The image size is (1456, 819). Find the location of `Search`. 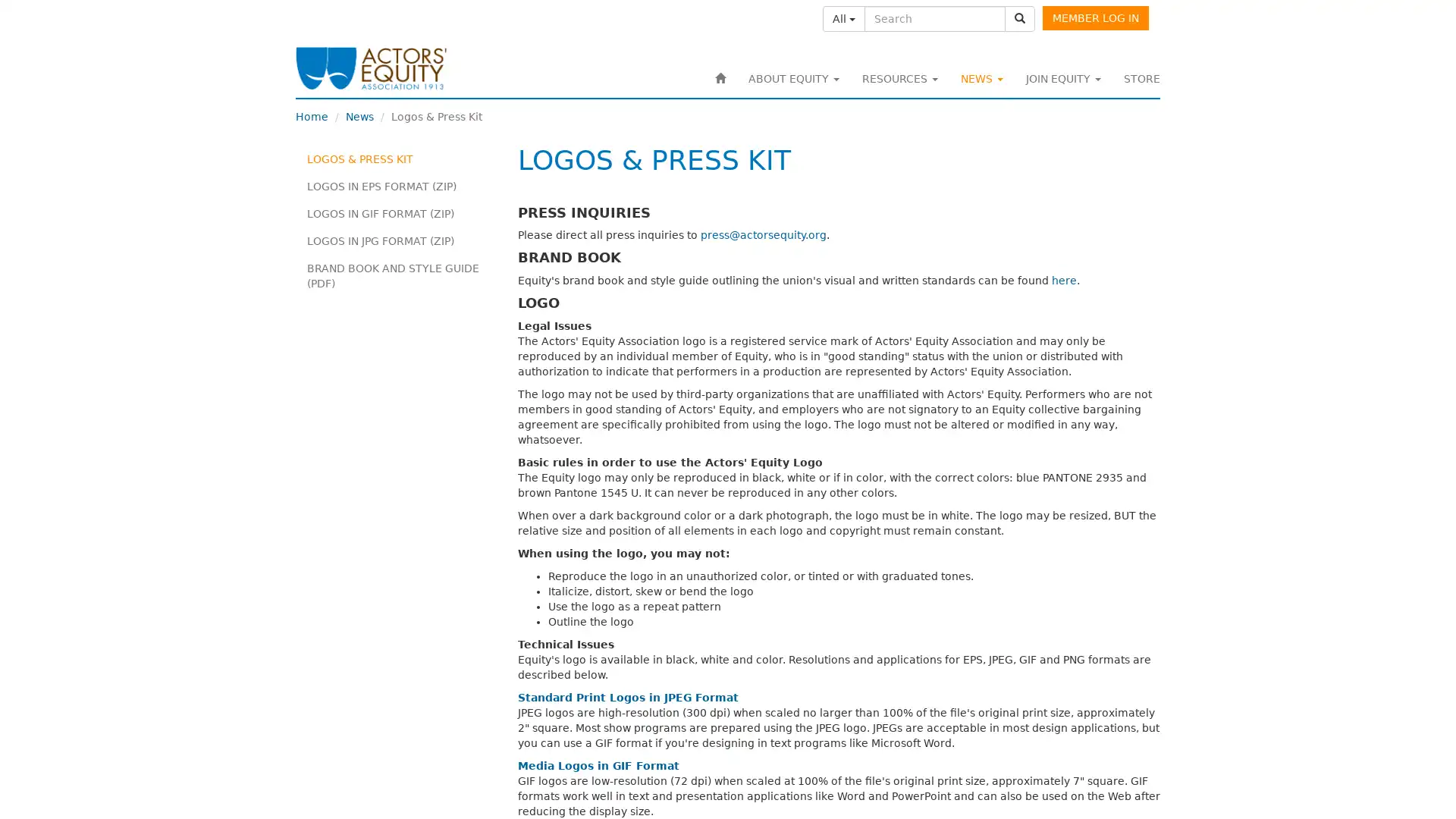

Search is located at coordinates (1019, 18).